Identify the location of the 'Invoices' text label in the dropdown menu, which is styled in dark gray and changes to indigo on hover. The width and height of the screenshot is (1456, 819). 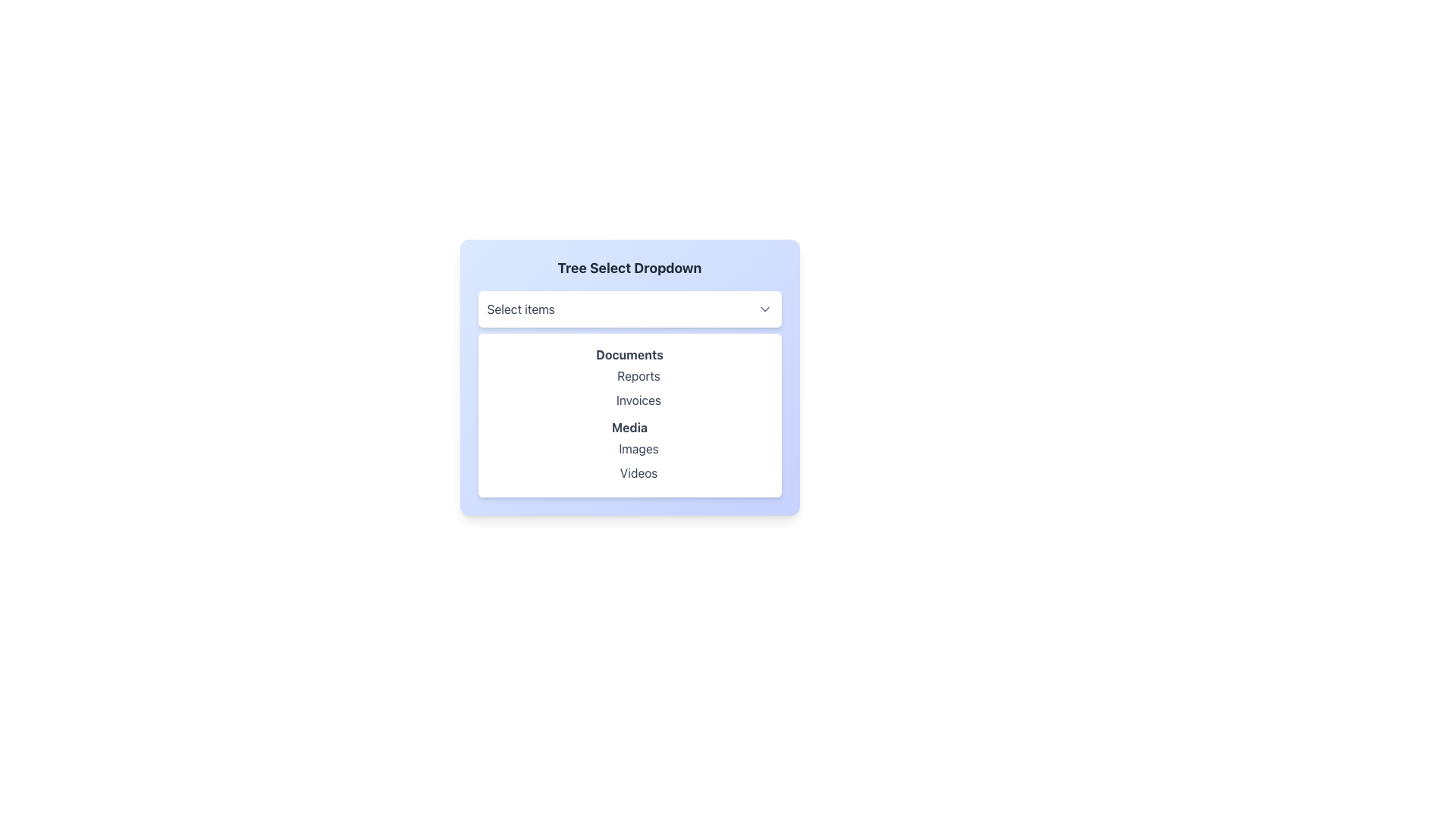
(635, 400).